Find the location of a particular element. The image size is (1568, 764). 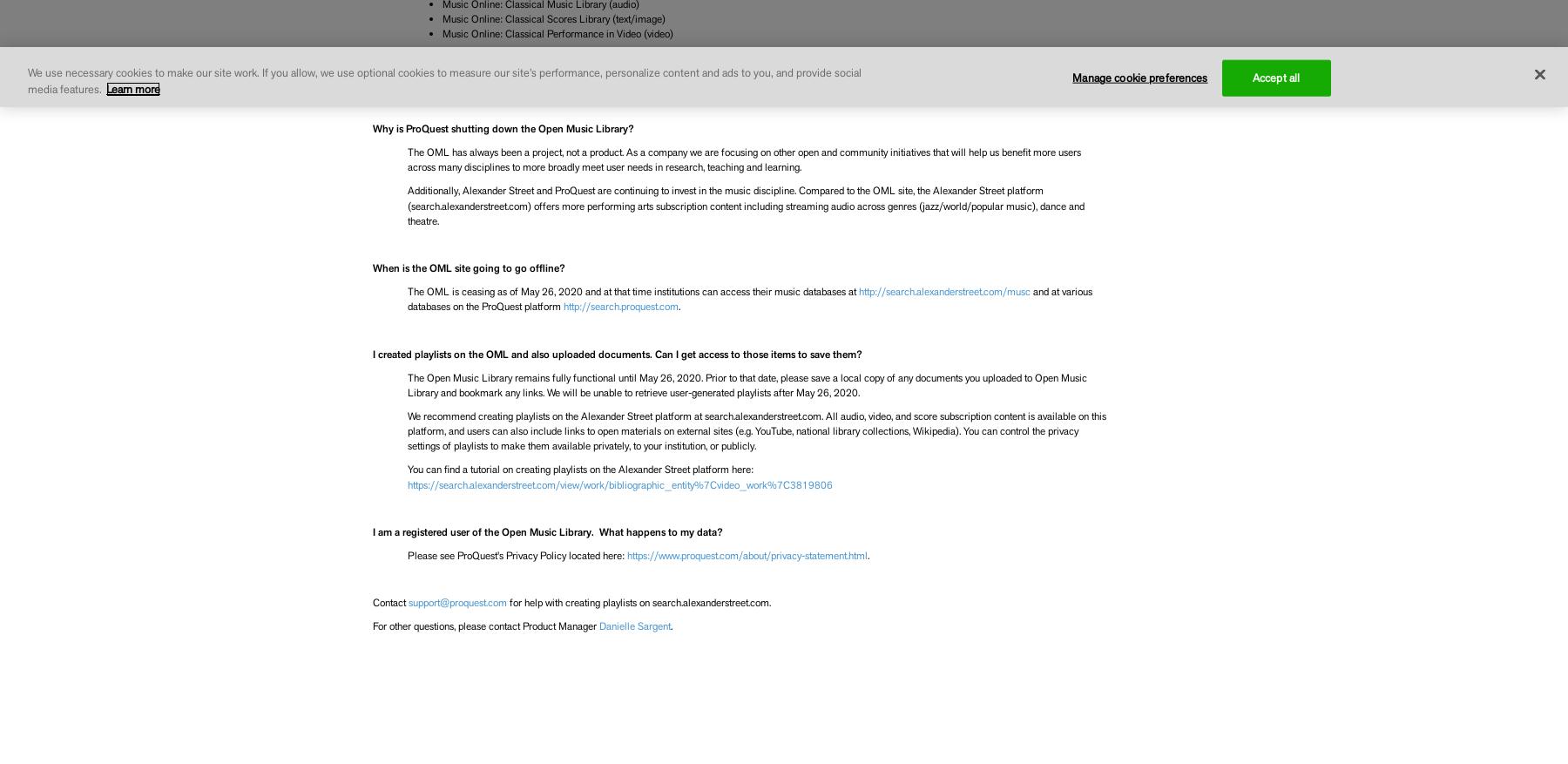

'Music Online: Classical Performance in Video (video)' is located at coordinates (557, 33).